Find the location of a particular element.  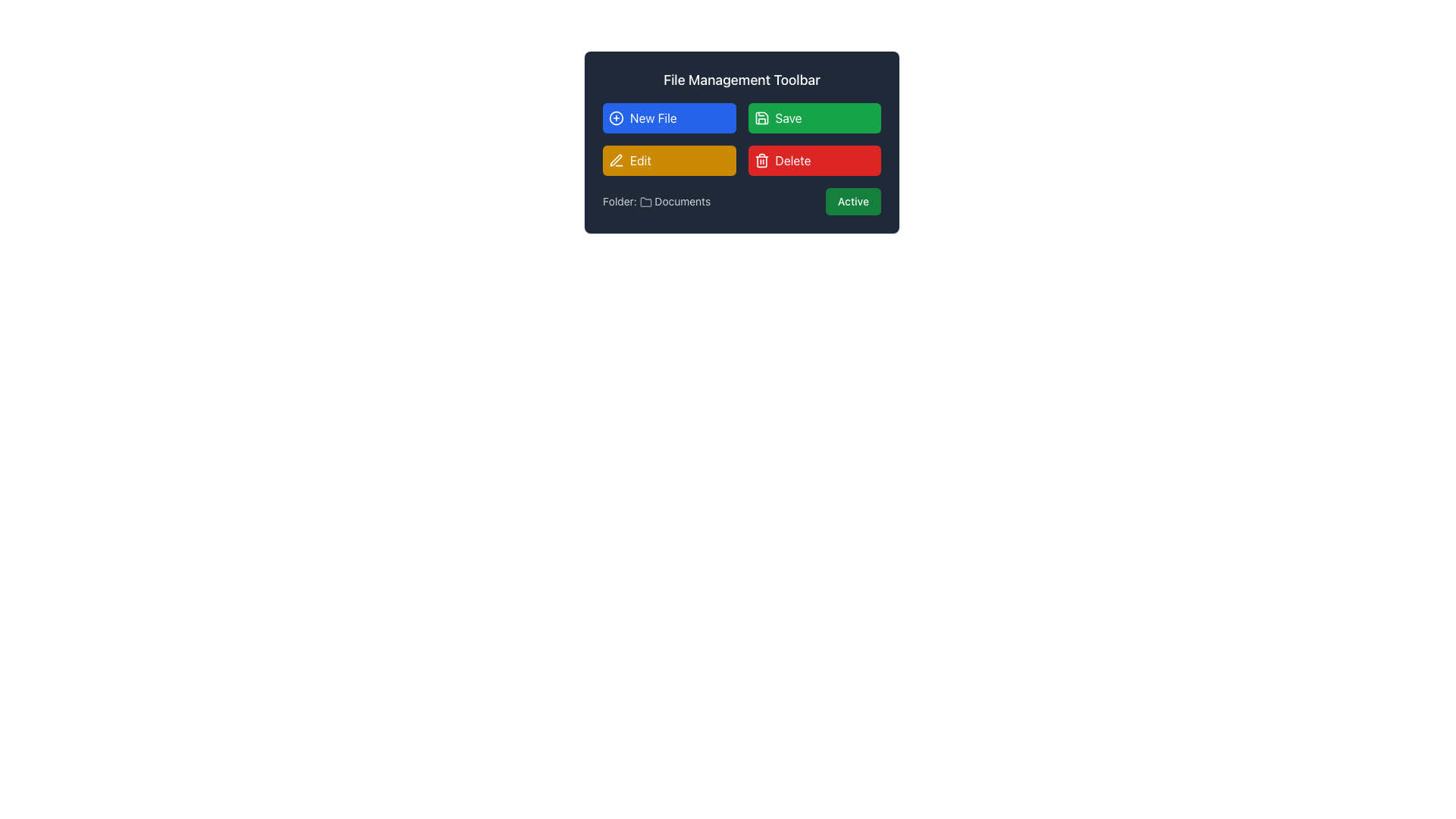

the blue rectangular button labeled 'New File' with a white '+' icon to observe any hover effects is located at coordinates (668, 117).